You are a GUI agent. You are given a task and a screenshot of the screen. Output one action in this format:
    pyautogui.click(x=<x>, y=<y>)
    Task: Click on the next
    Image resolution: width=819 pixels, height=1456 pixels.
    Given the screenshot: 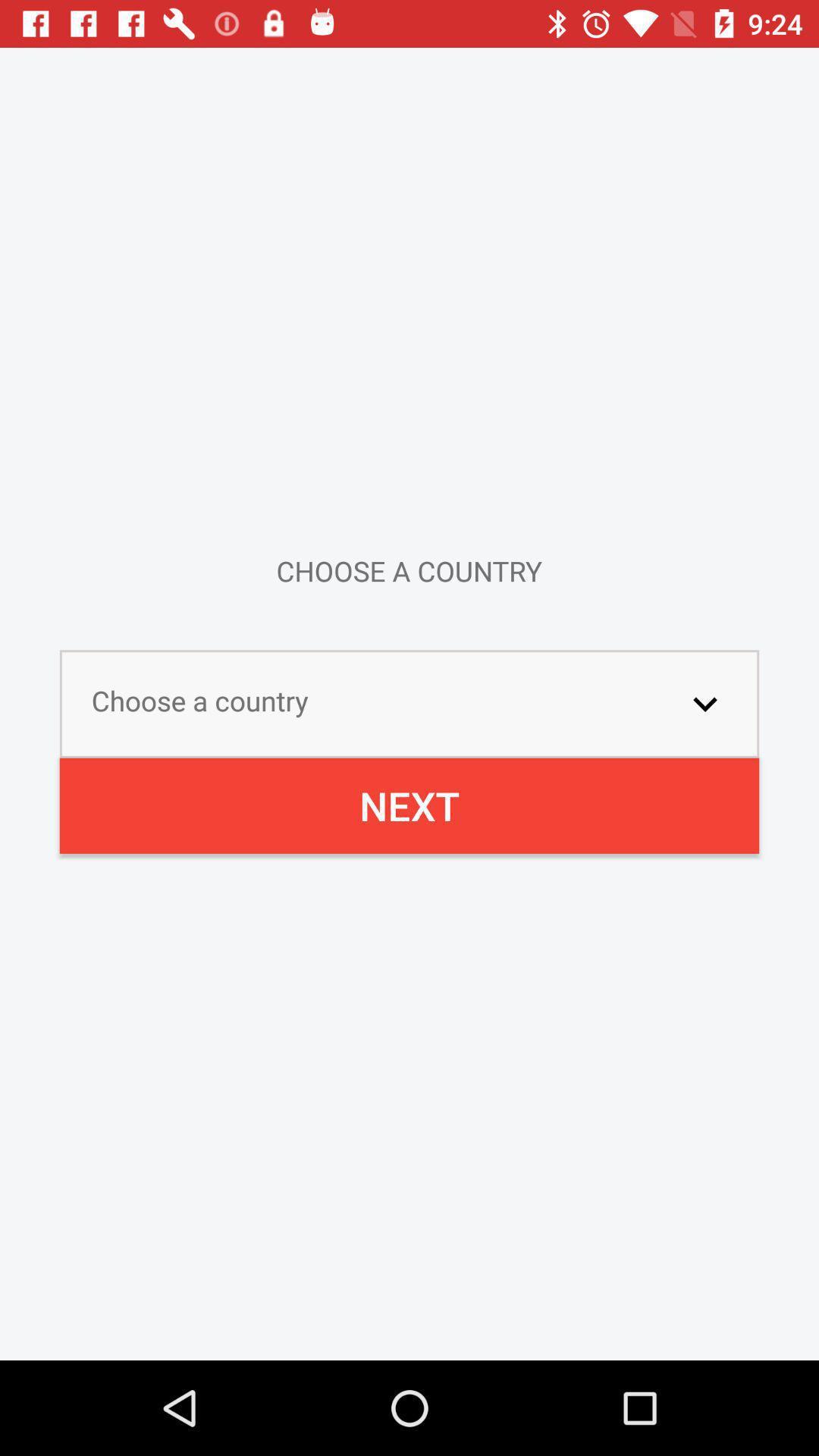 What is the action you would take?
    pyautogui.click(x=409, y=805)
    